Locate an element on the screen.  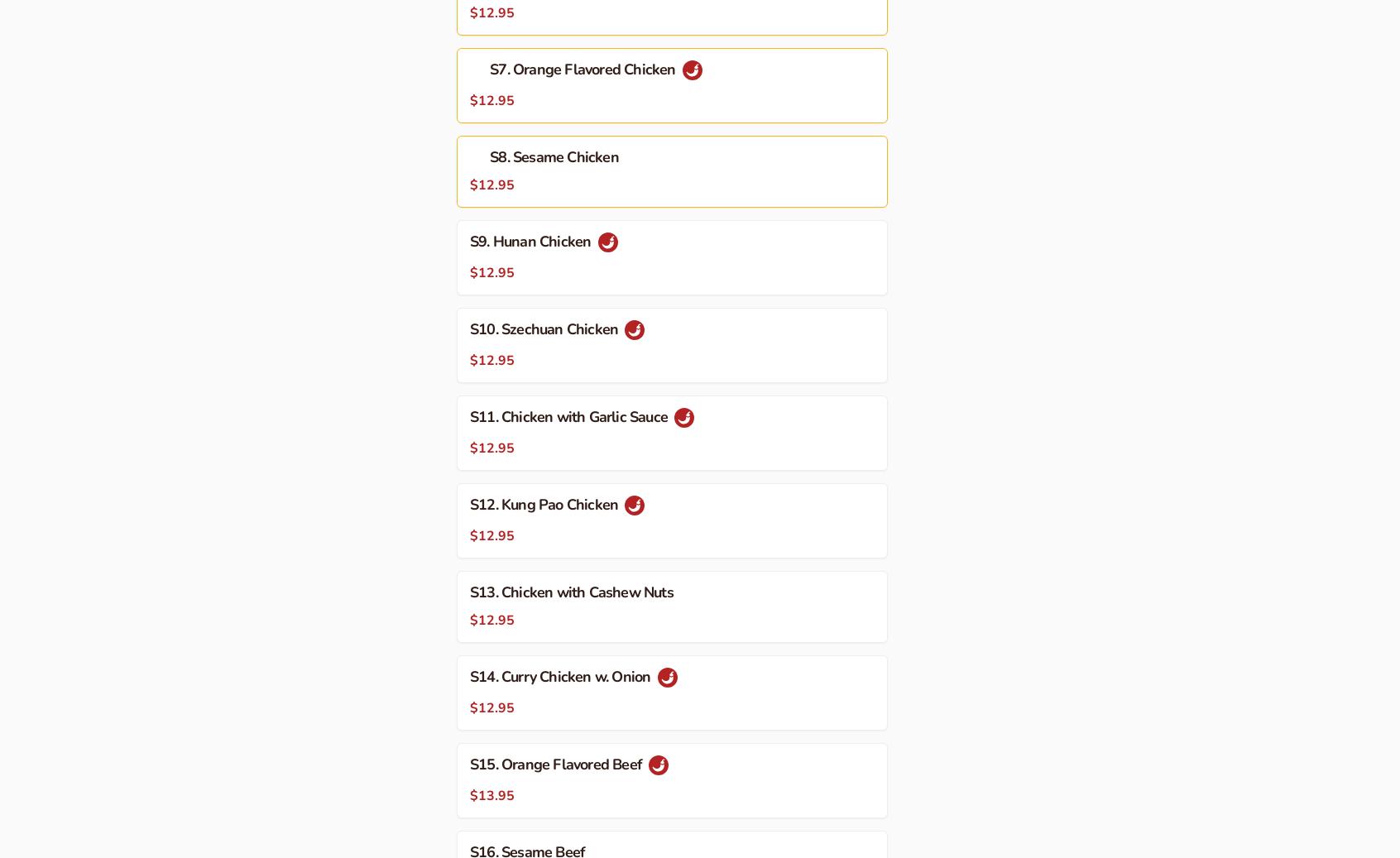
'S14.  Curry Chicken w. Onion' is located at coordinates (561, 675).